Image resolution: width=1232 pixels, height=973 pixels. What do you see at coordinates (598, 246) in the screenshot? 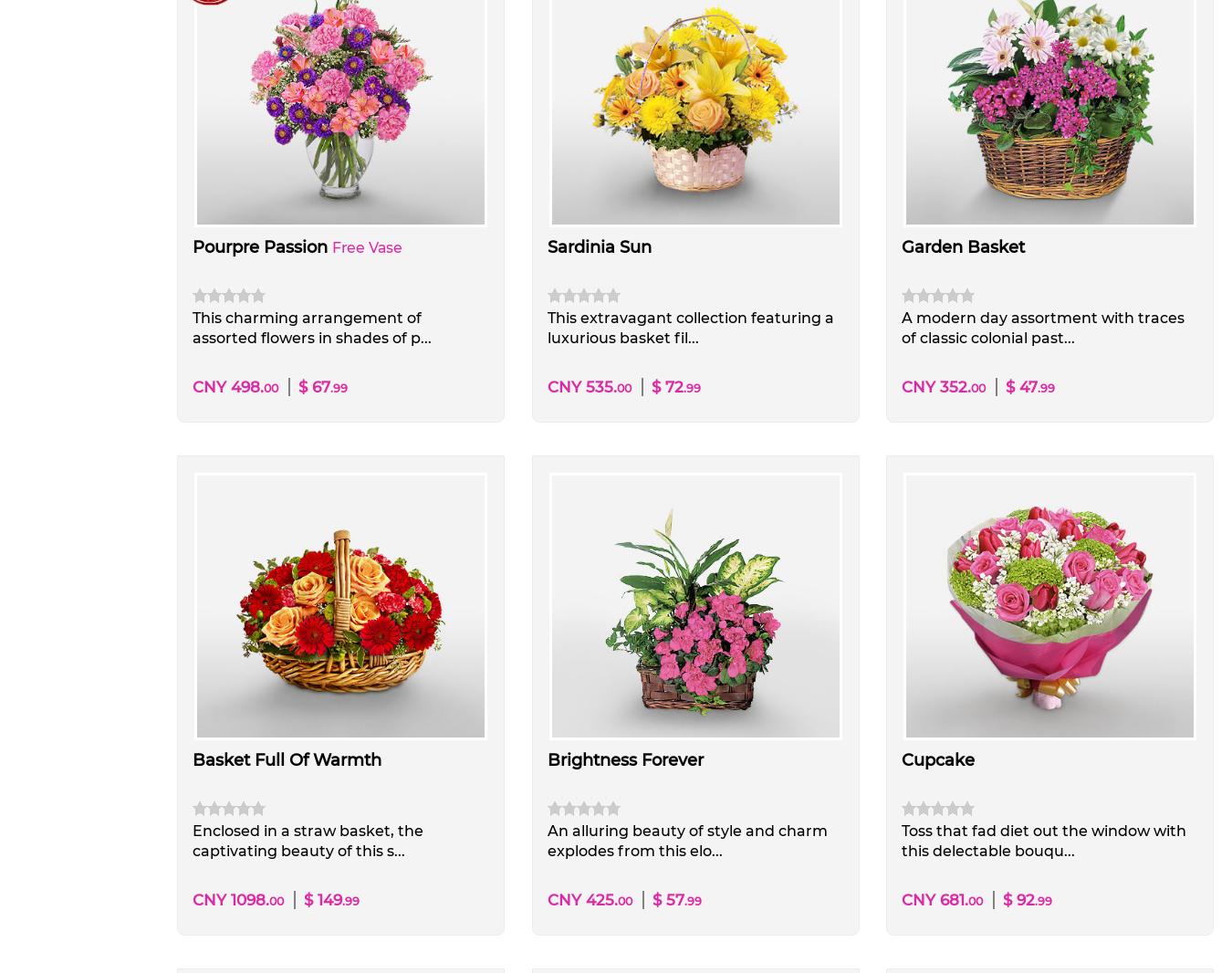
I see `'Sardinia Sun'` at bounding box center [598, 246].